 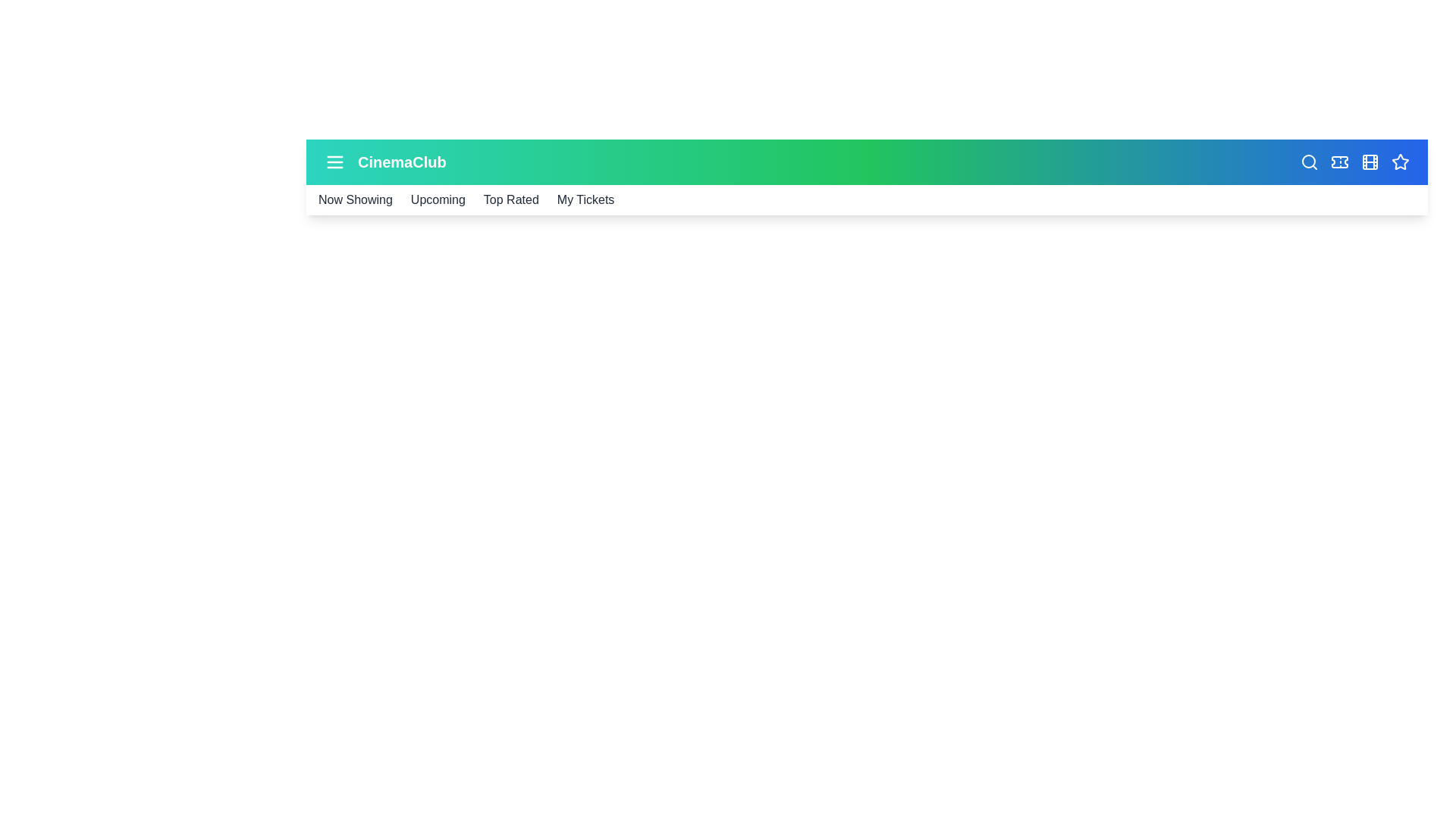 I want to click on the navigation link for My Tickets, so click(x=585, y=199).